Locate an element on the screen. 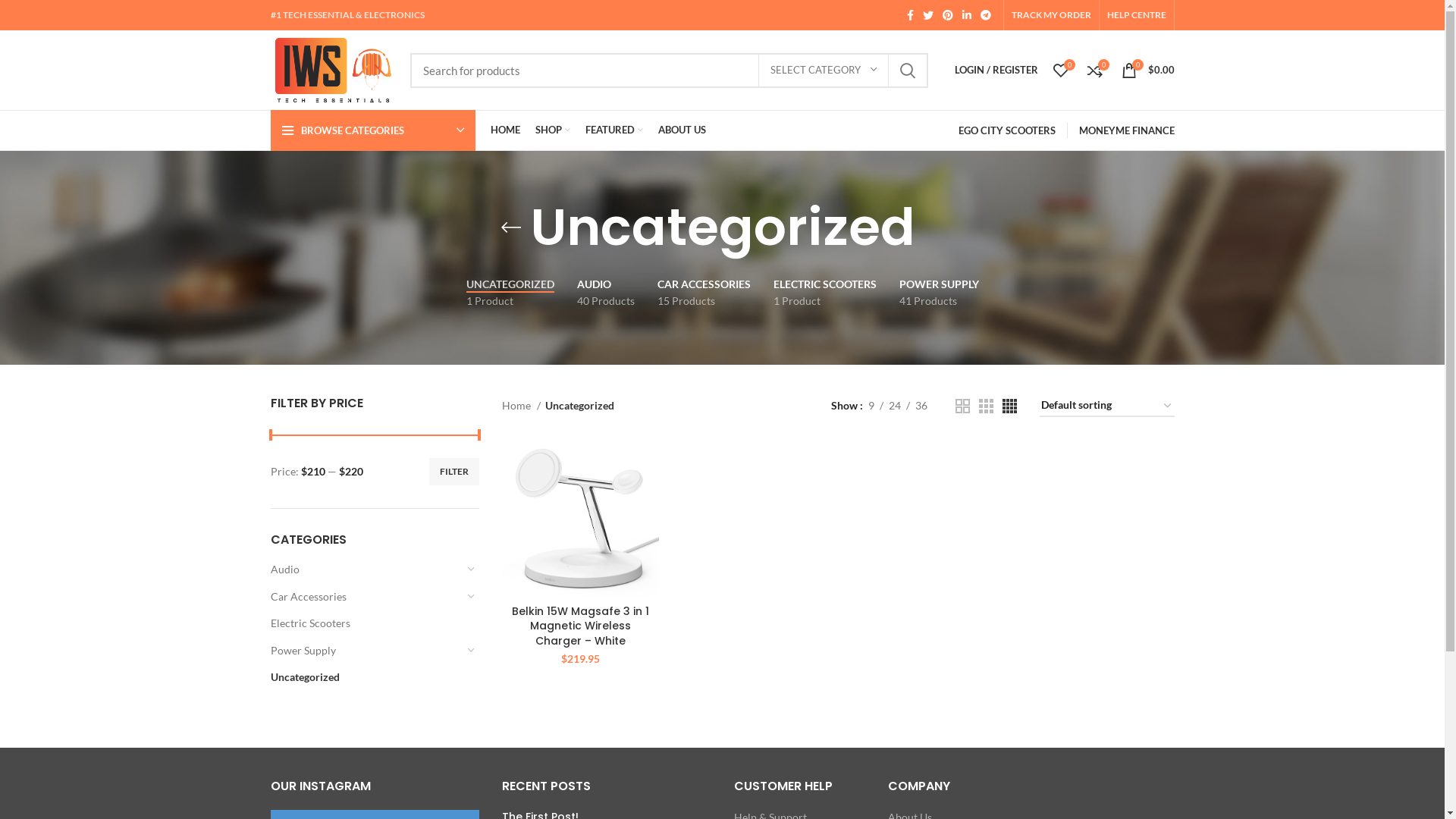 The height and width of the screenshot is (819, 1456). 'ELECTRIC SCOOTERS is located at coordinates (823, 293).